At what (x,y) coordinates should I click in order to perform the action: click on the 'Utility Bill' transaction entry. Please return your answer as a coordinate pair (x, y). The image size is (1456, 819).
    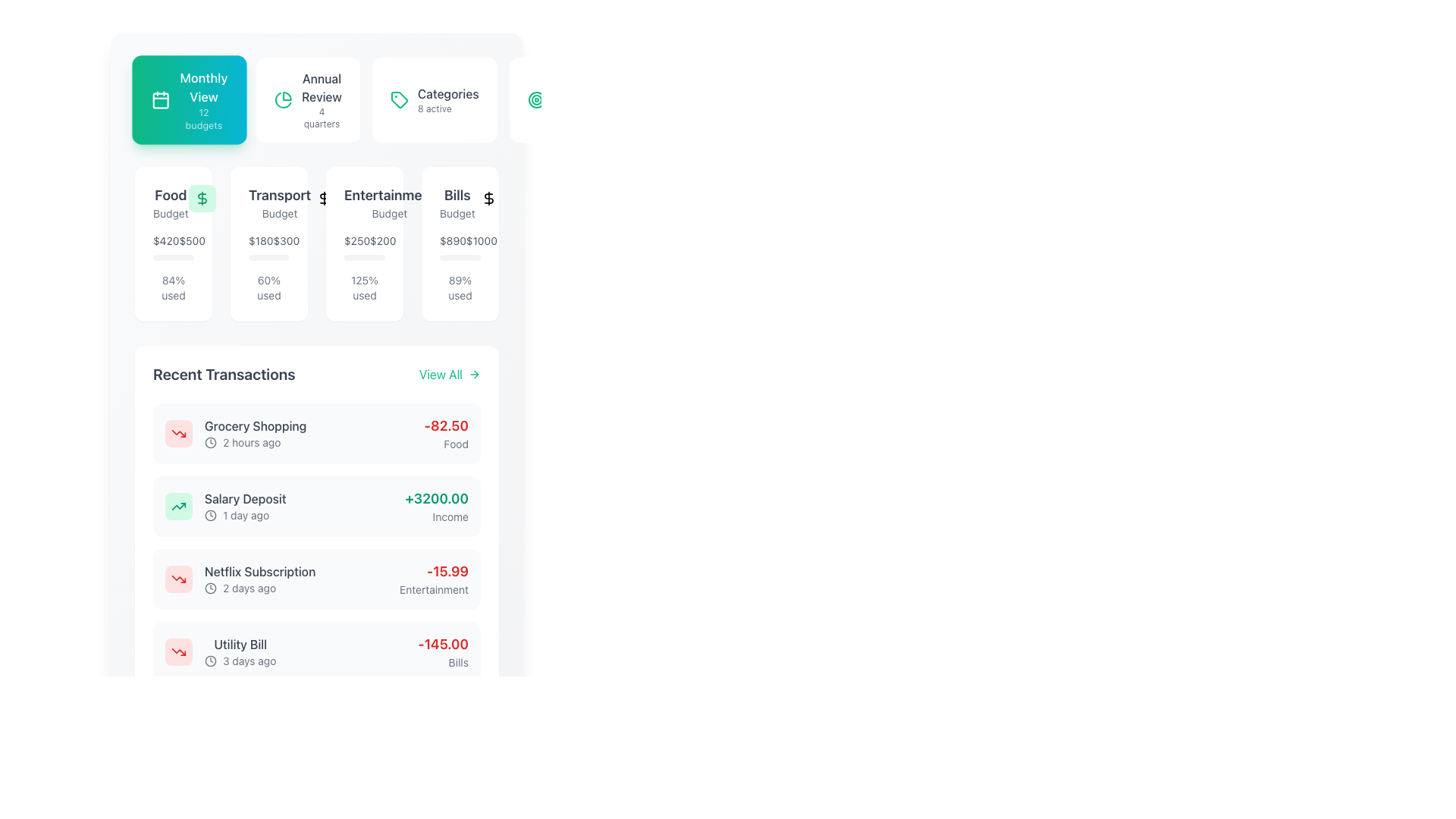
    Looking at the image, I should click on (220, 651).